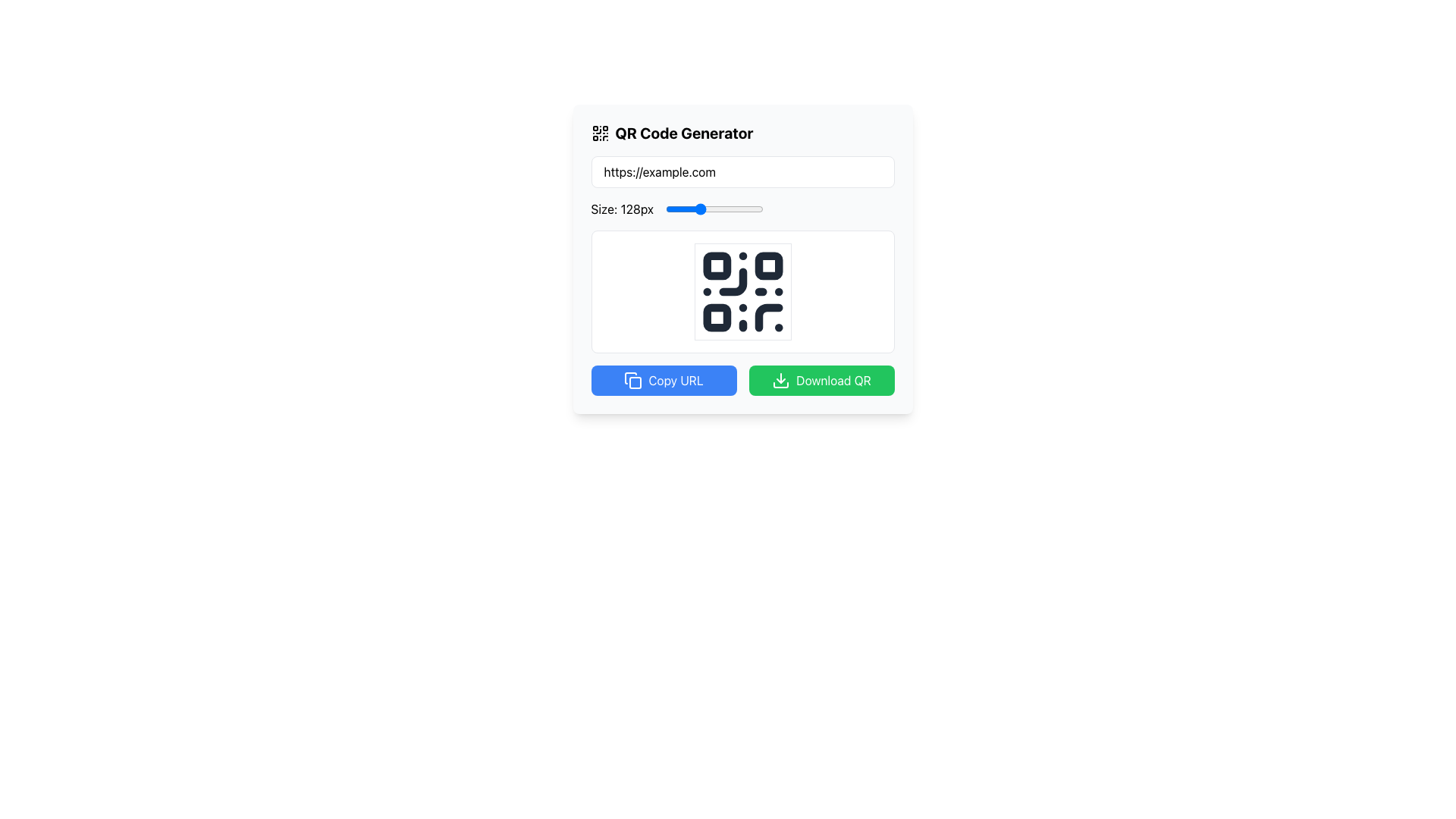 Image resolution: width=1456 pixels, height=819 pixels. What do you see at coordinates (691, 209) in the screenshot?
I see `the size` at bounding box center [691, 209].